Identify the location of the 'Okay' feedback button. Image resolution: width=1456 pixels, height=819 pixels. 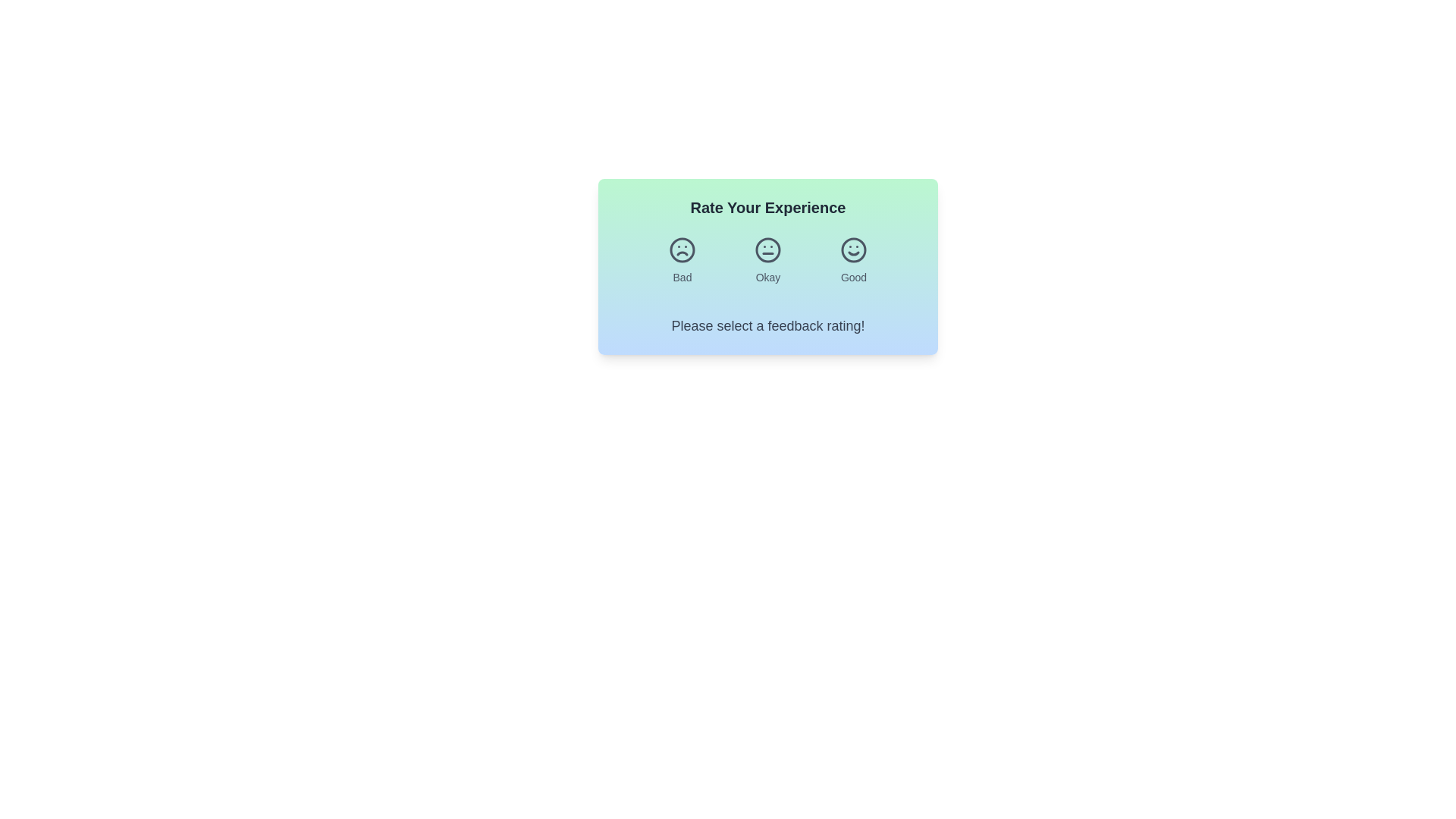
(767, 259).